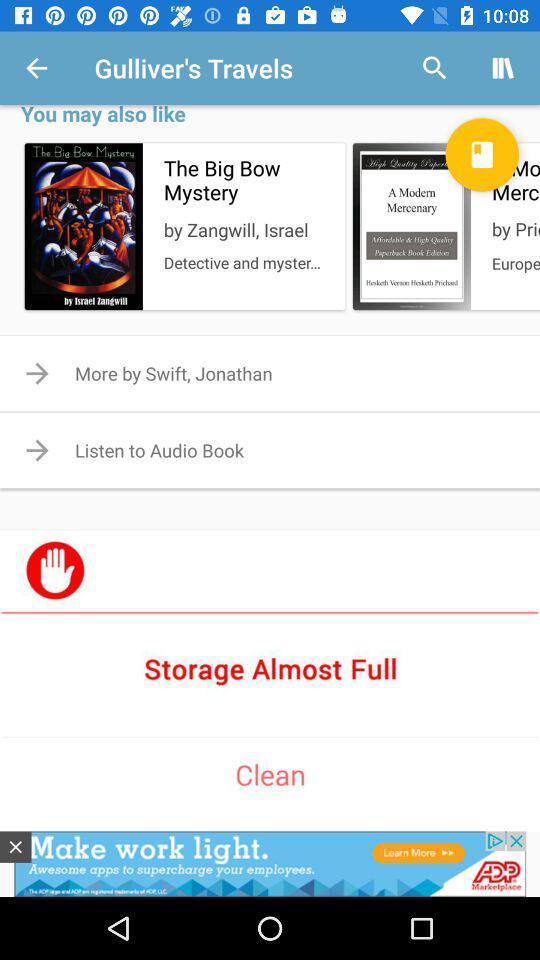 This screenshot has height=960, width=540. I want to click on the book icon, so click(481, 153).